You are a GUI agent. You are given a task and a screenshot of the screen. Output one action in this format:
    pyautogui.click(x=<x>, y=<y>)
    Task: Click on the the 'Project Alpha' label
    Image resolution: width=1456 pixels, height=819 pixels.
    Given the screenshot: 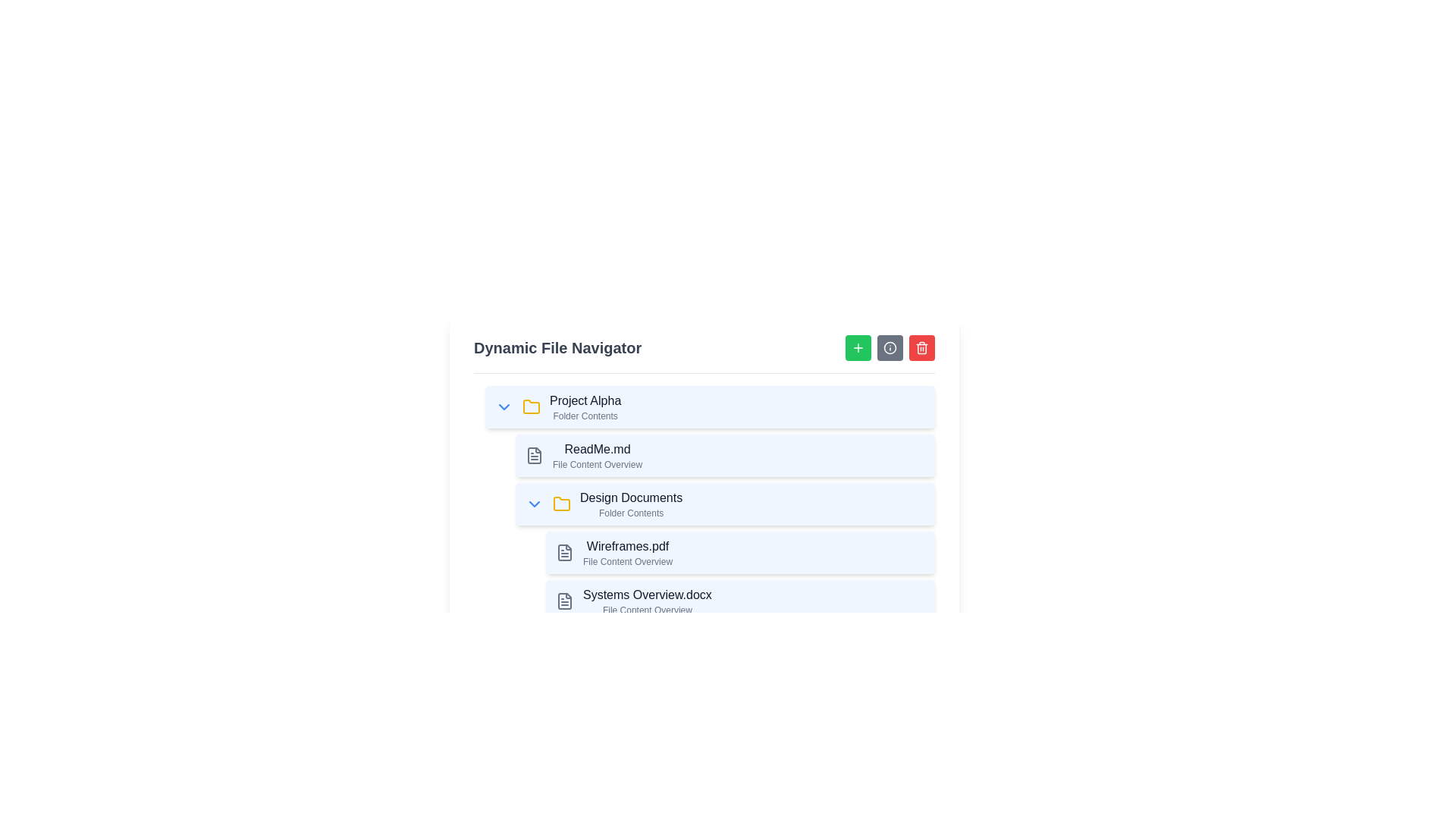 What is the action you would take?
    pyautogui.click(x=585, y=400)
    